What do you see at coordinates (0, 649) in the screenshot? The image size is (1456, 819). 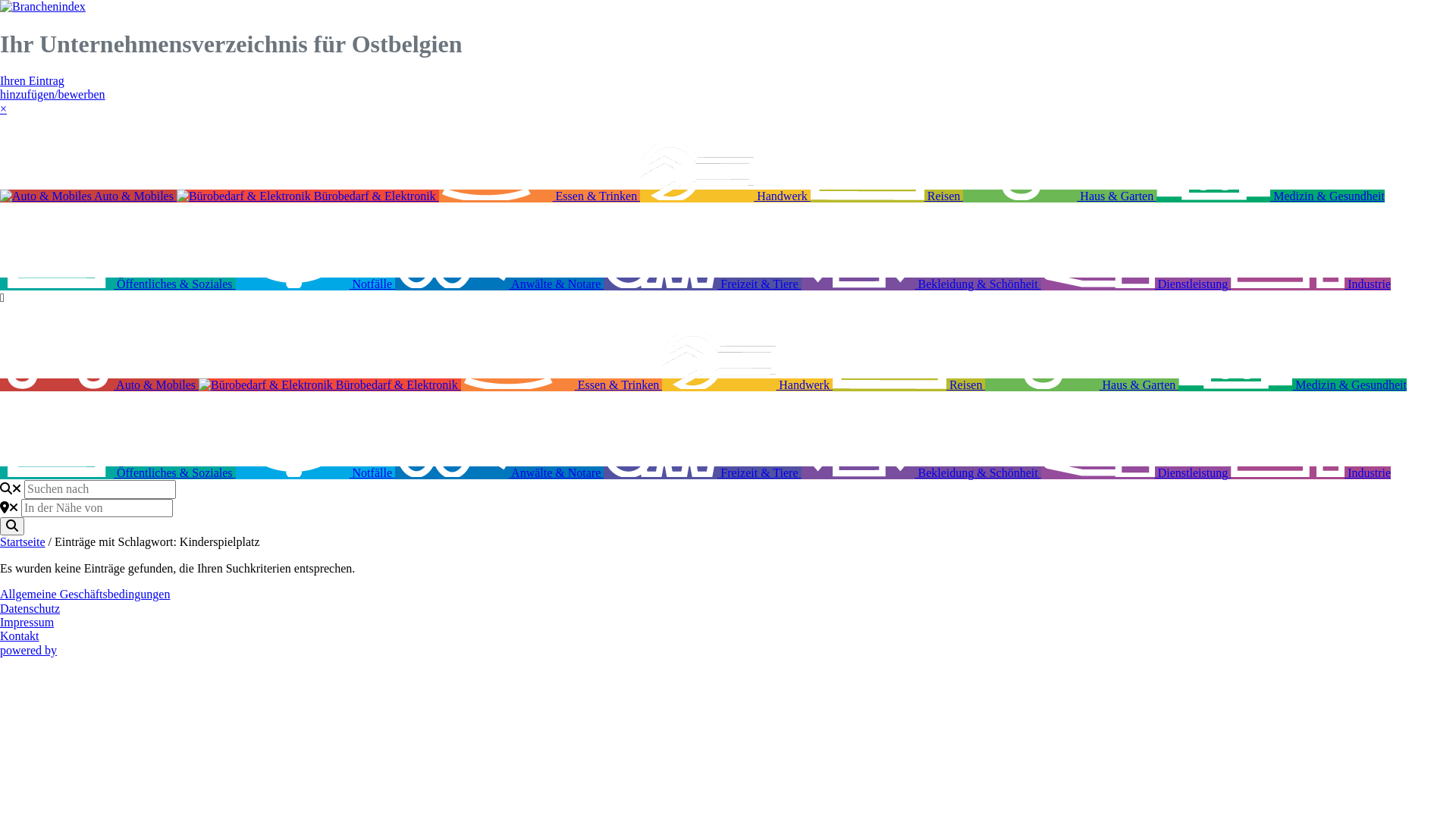 I see `'powered by'` at bounding box center [0, 649].